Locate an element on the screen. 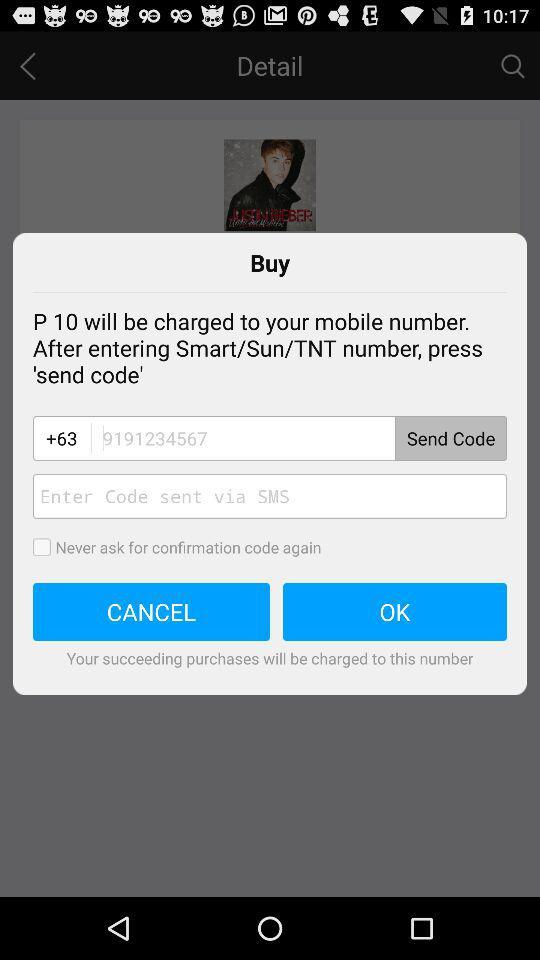  icon to the right of the cancel icon is located at coordinates (395, 611).